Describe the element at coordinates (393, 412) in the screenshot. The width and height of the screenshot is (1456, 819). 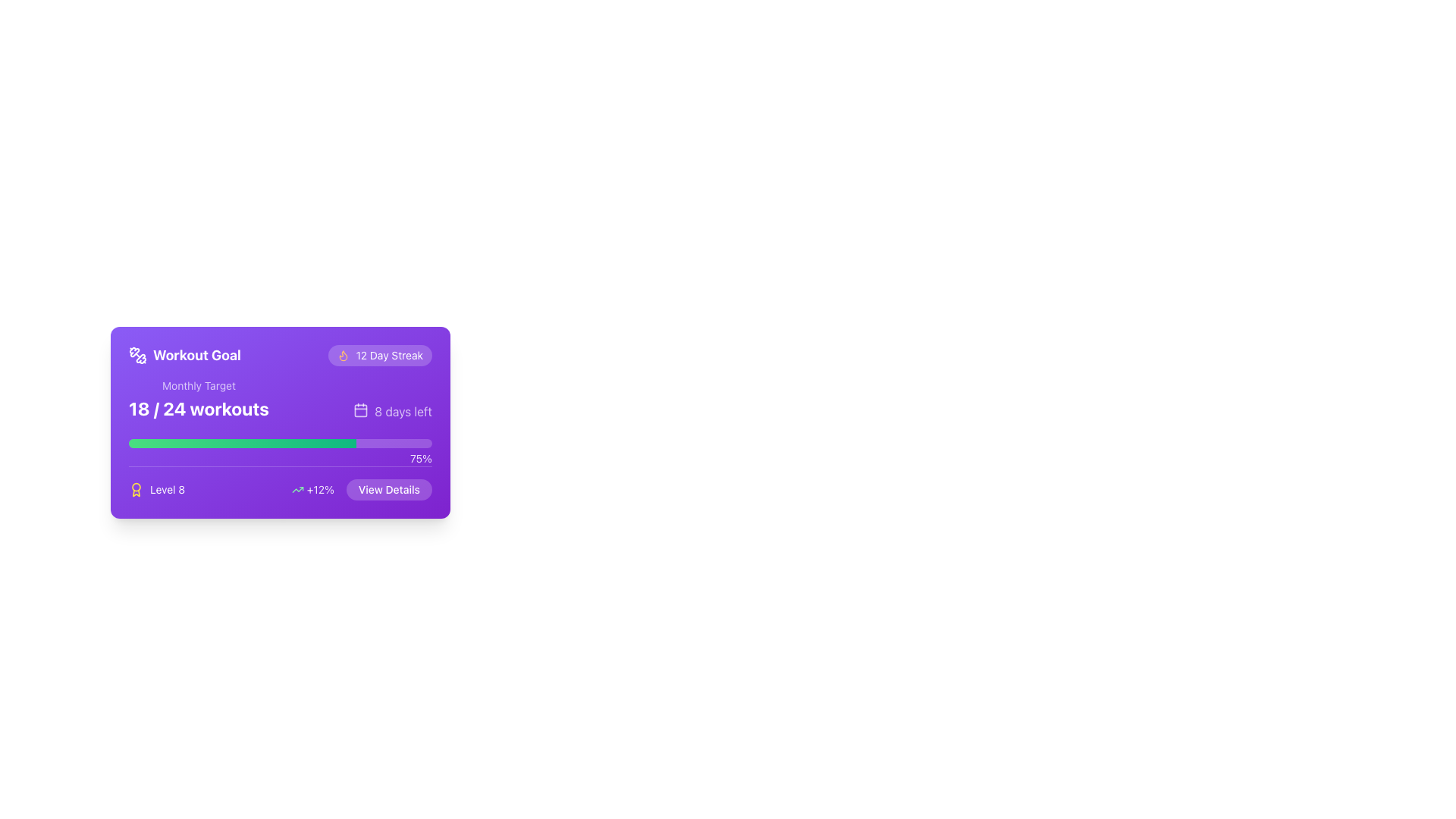
I see `the Text with icon component displaying '8 days left' located in the top-right corner of the purple card for workout goals` at that location.